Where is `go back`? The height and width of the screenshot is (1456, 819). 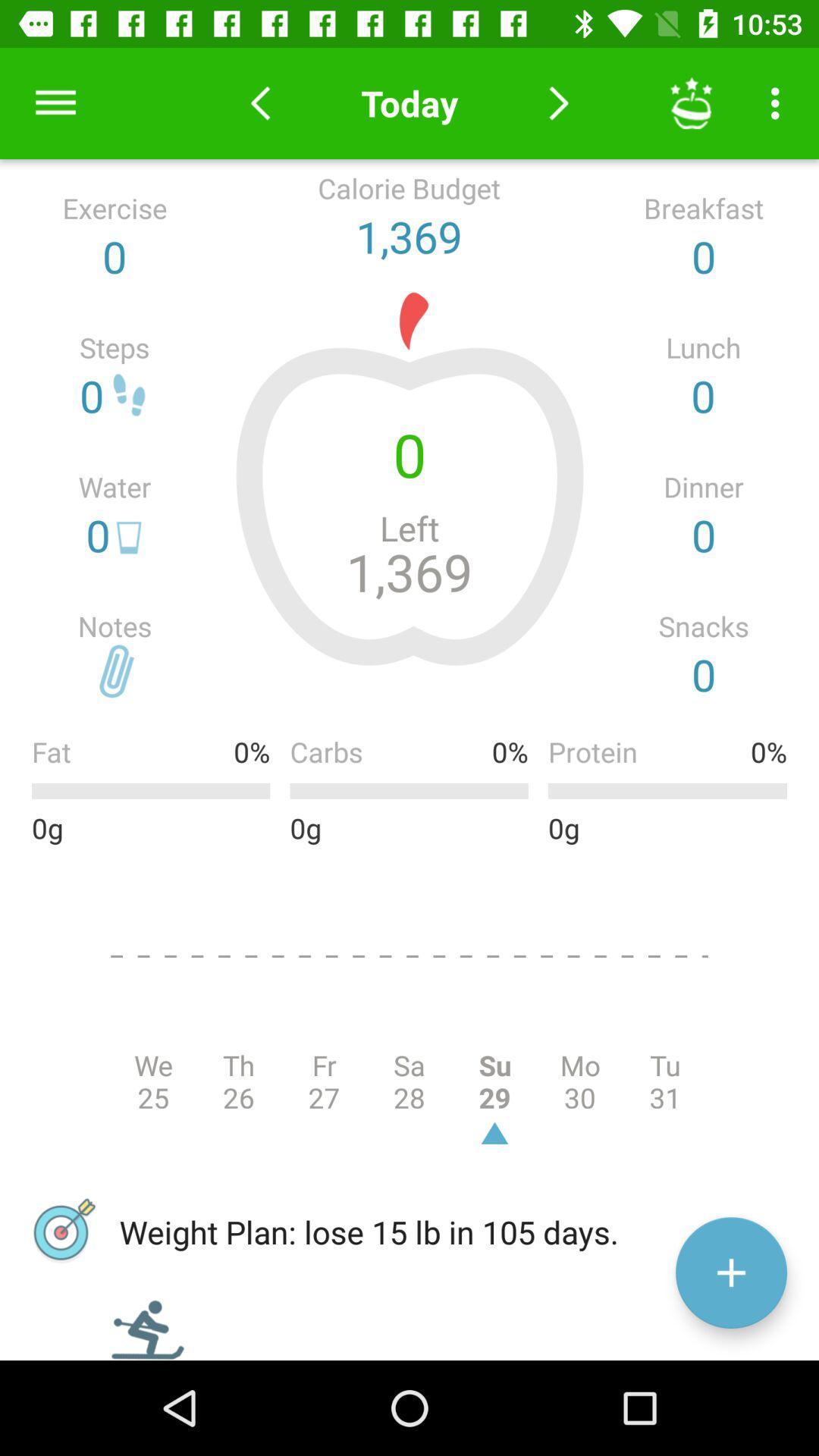 go back is located at coordinates (259, 102).